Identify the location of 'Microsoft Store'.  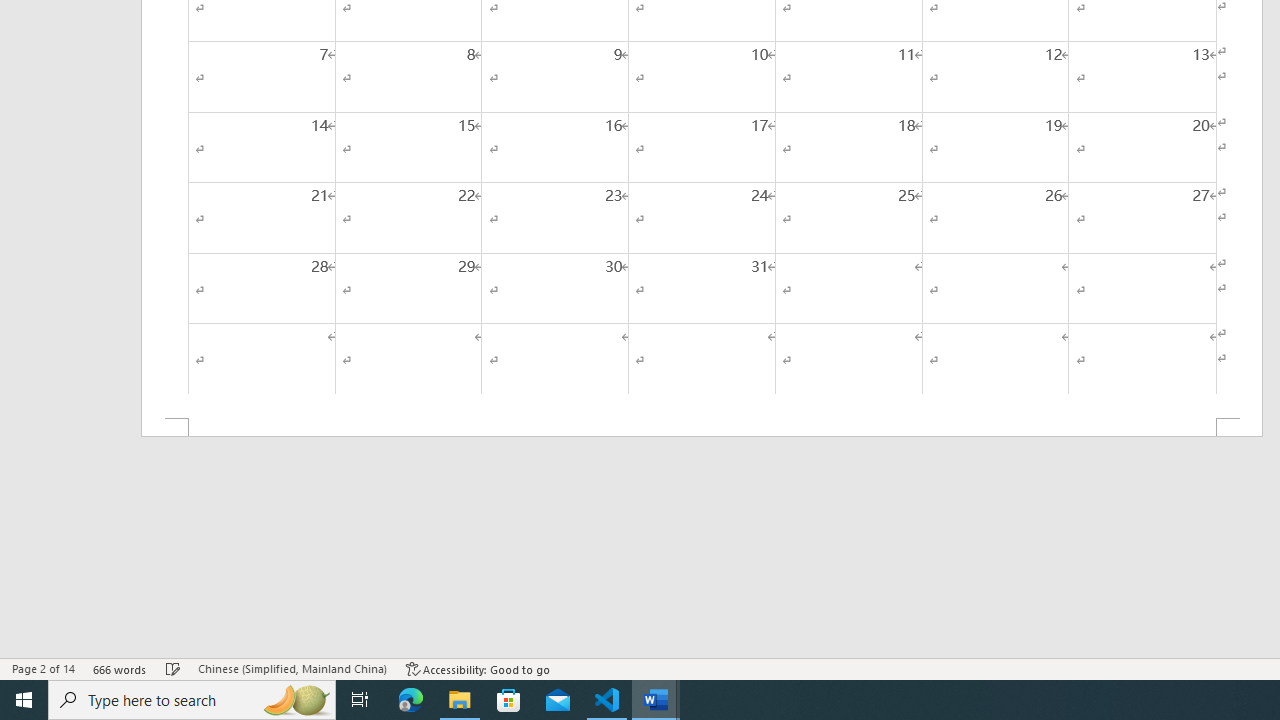
(509, 698).